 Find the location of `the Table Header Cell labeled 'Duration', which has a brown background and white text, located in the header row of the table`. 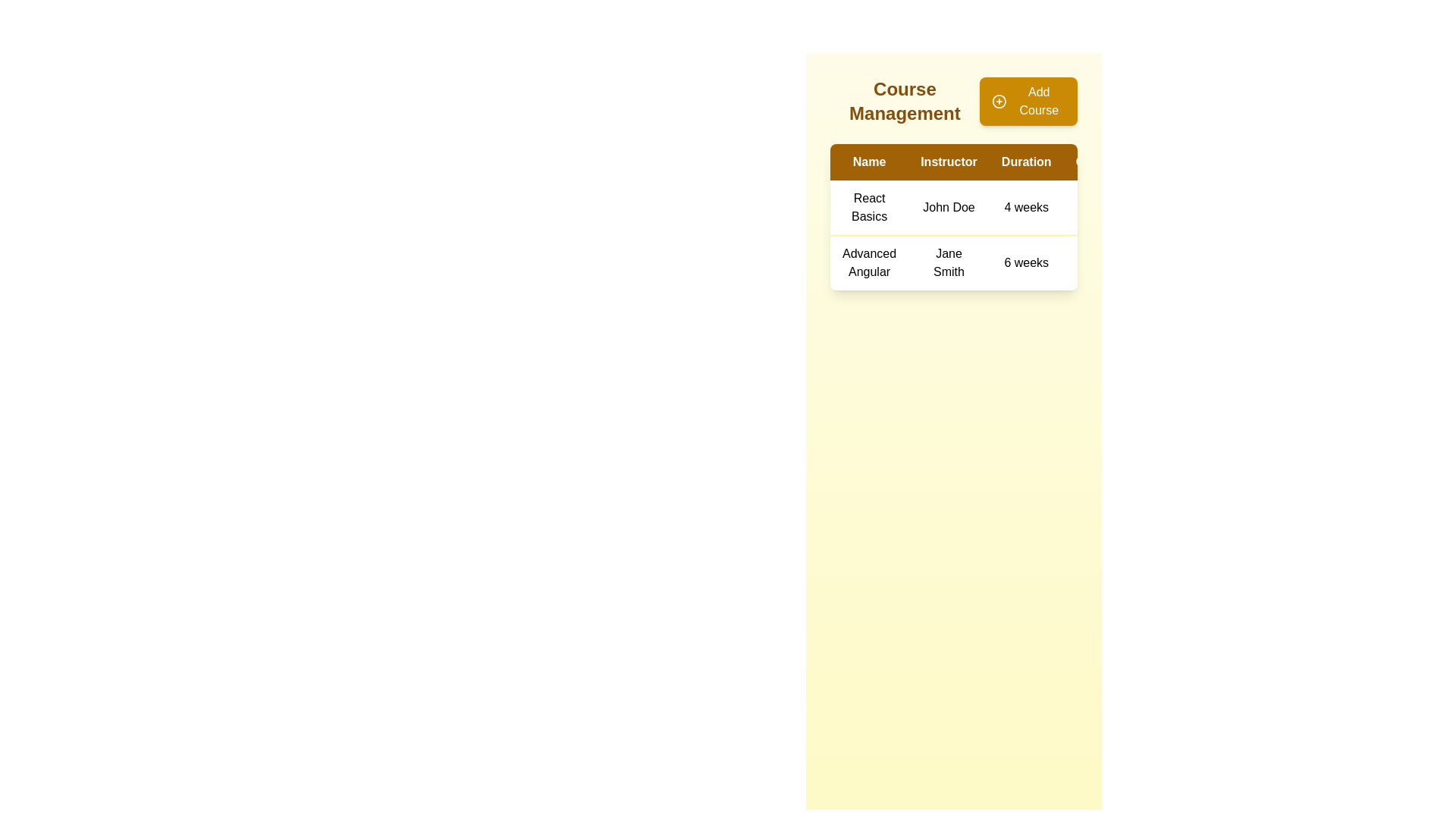

the Table Header Cell labeled 'Duration', which has a brown background and white text, located in the header row of the table is located at coordinates (1026, 162).